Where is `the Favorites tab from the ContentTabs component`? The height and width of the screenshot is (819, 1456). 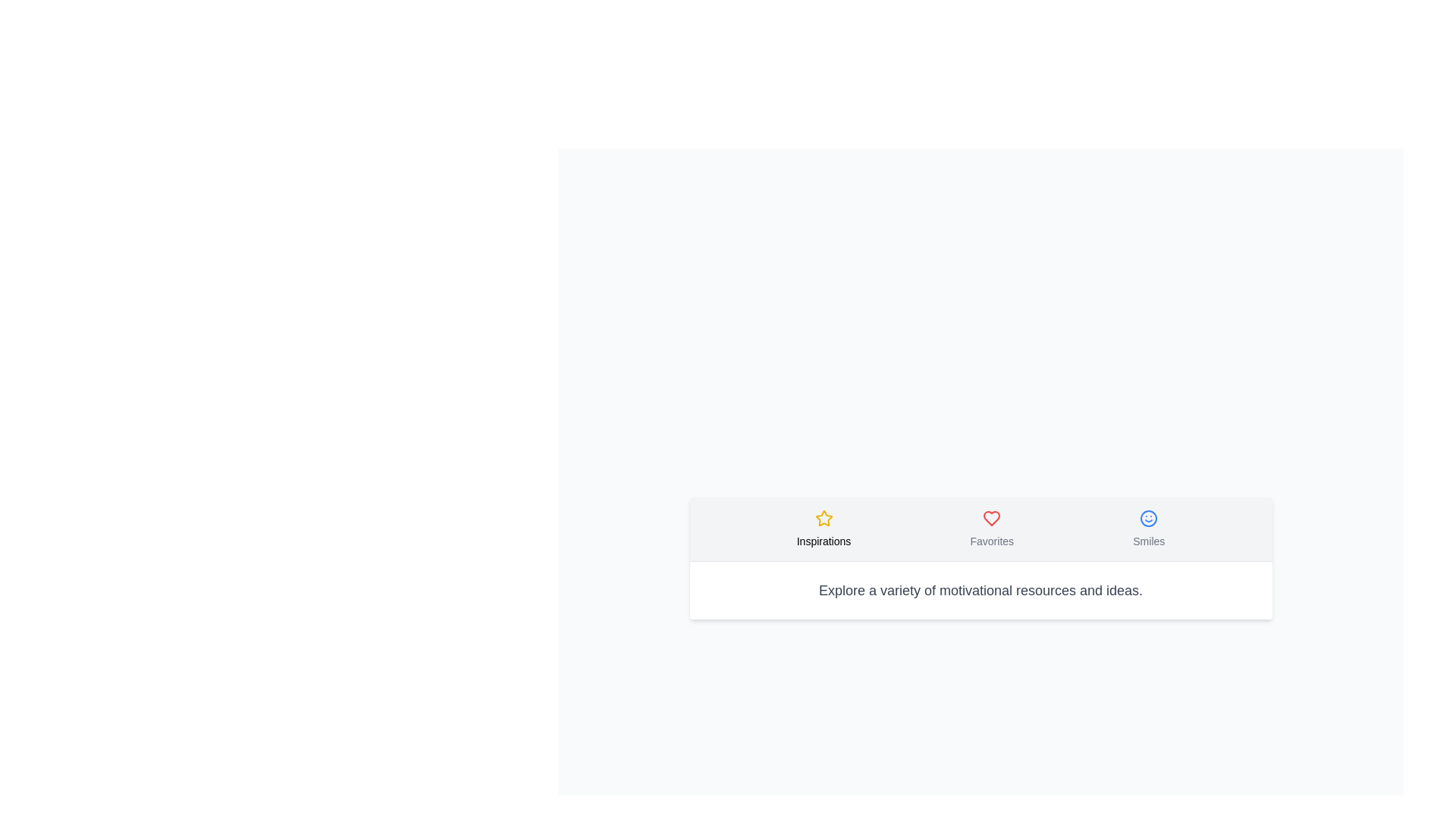
the Favorites tab from the ContentTabs component is located at coordinates (992, 528).